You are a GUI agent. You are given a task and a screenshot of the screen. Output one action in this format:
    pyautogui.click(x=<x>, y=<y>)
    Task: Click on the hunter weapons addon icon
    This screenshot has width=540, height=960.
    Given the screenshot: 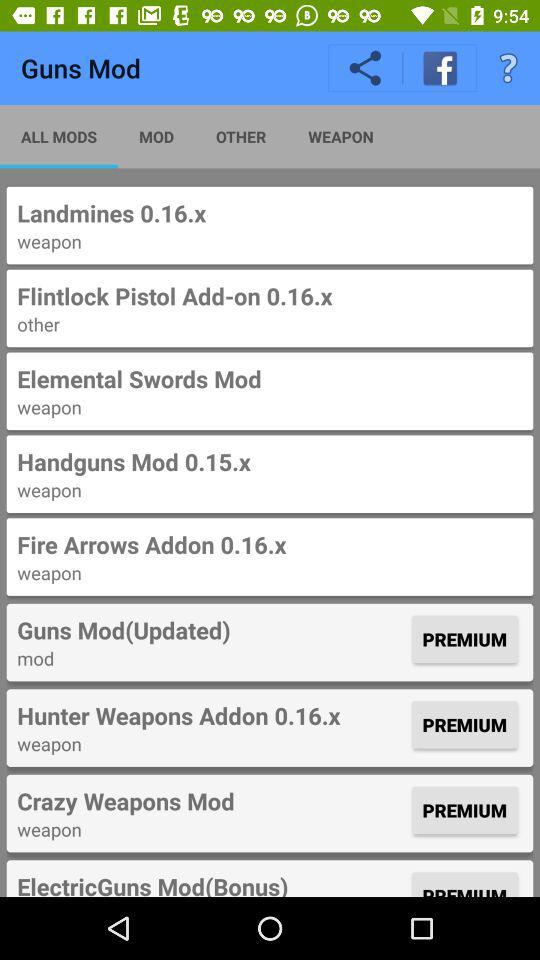 What is the action you would take?
    pyautogui.click(x=211, y=715)
    